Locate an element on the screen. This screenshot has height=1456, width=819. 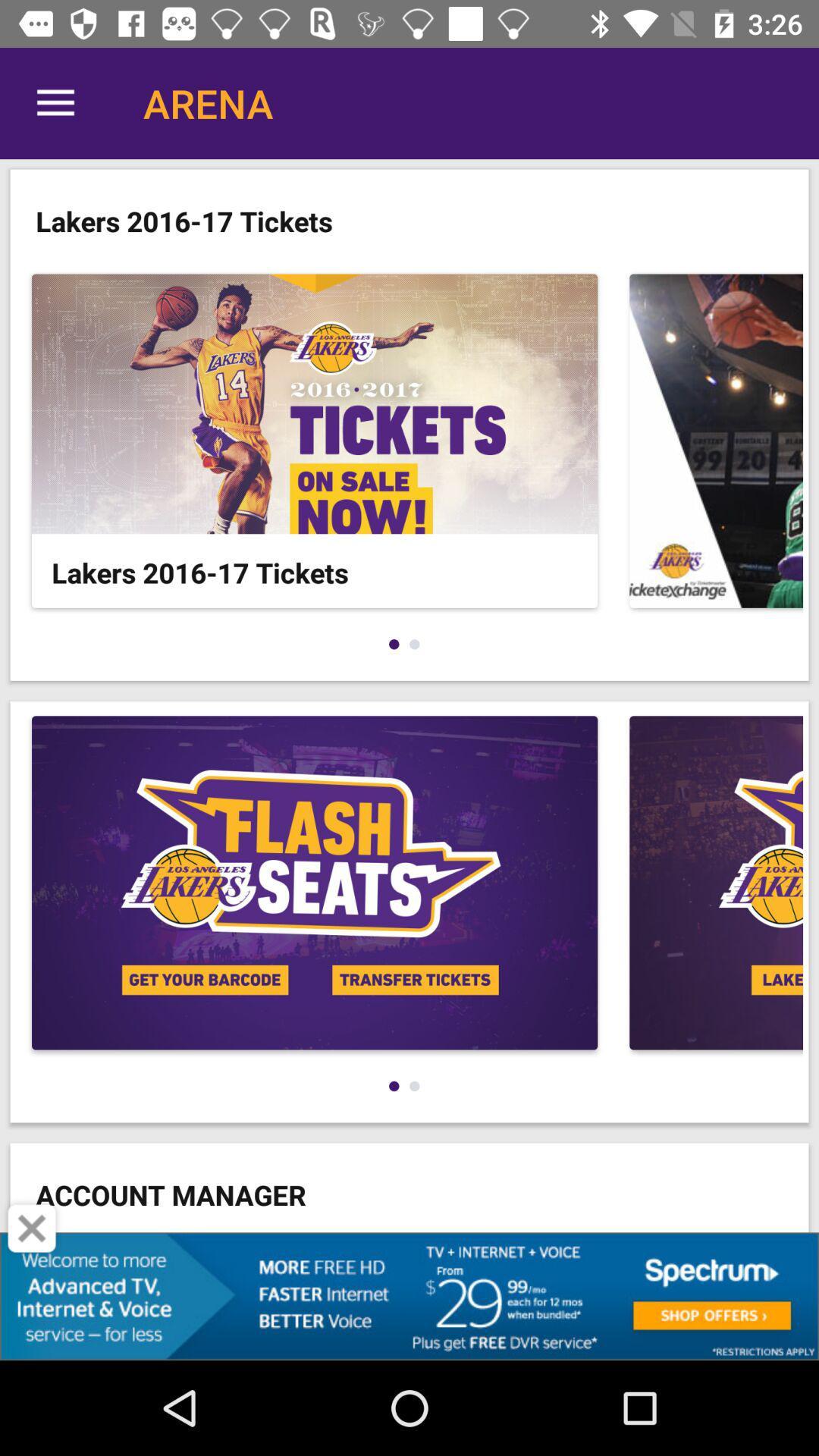
icon next to the arena item is located at coordinates (55, 102).